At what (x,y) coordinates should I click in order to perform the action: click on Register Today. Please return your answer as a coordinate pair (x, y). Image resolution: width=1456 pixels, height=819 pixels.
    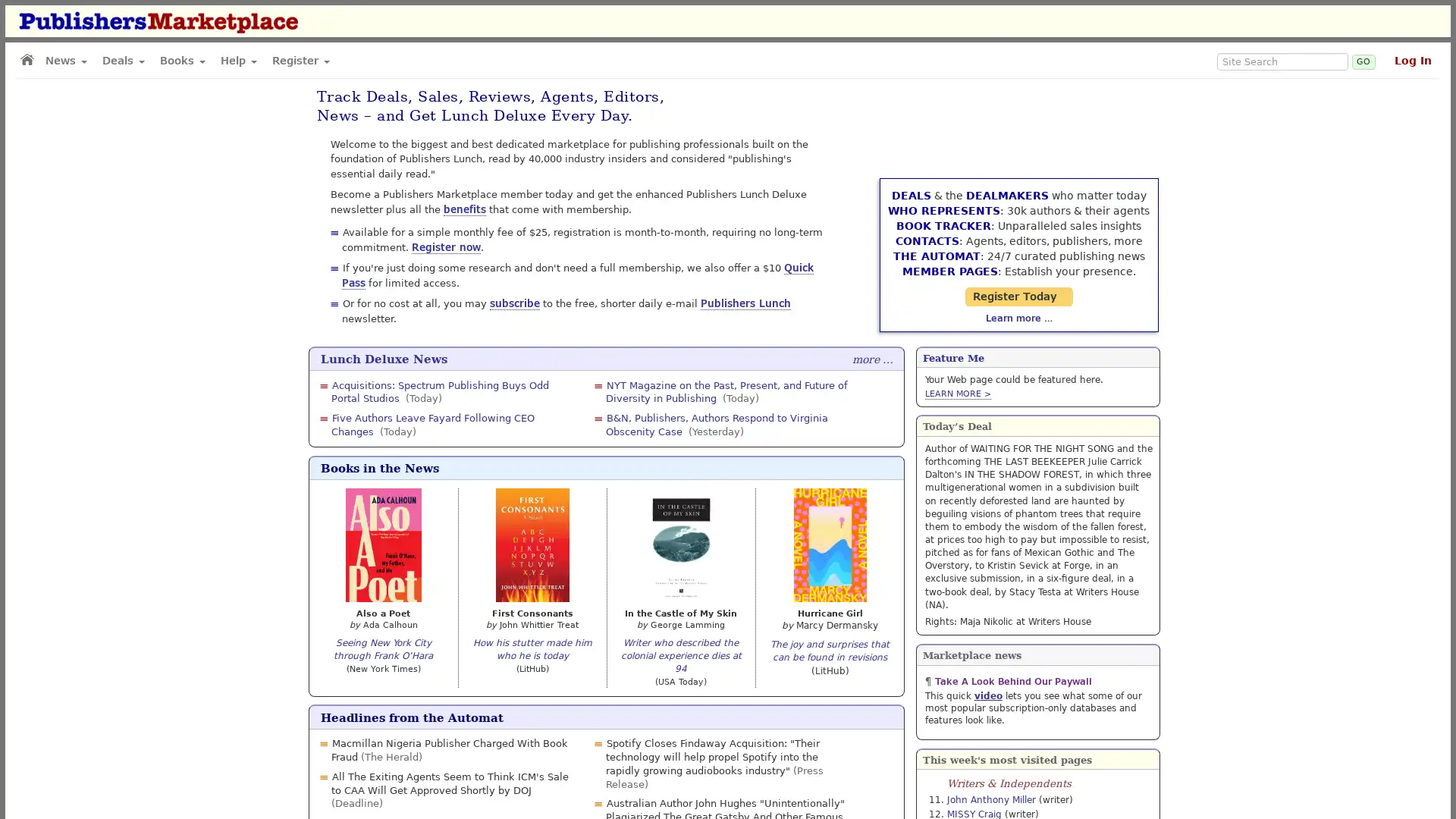
    Looking at the image, I should click on (1037, 265).